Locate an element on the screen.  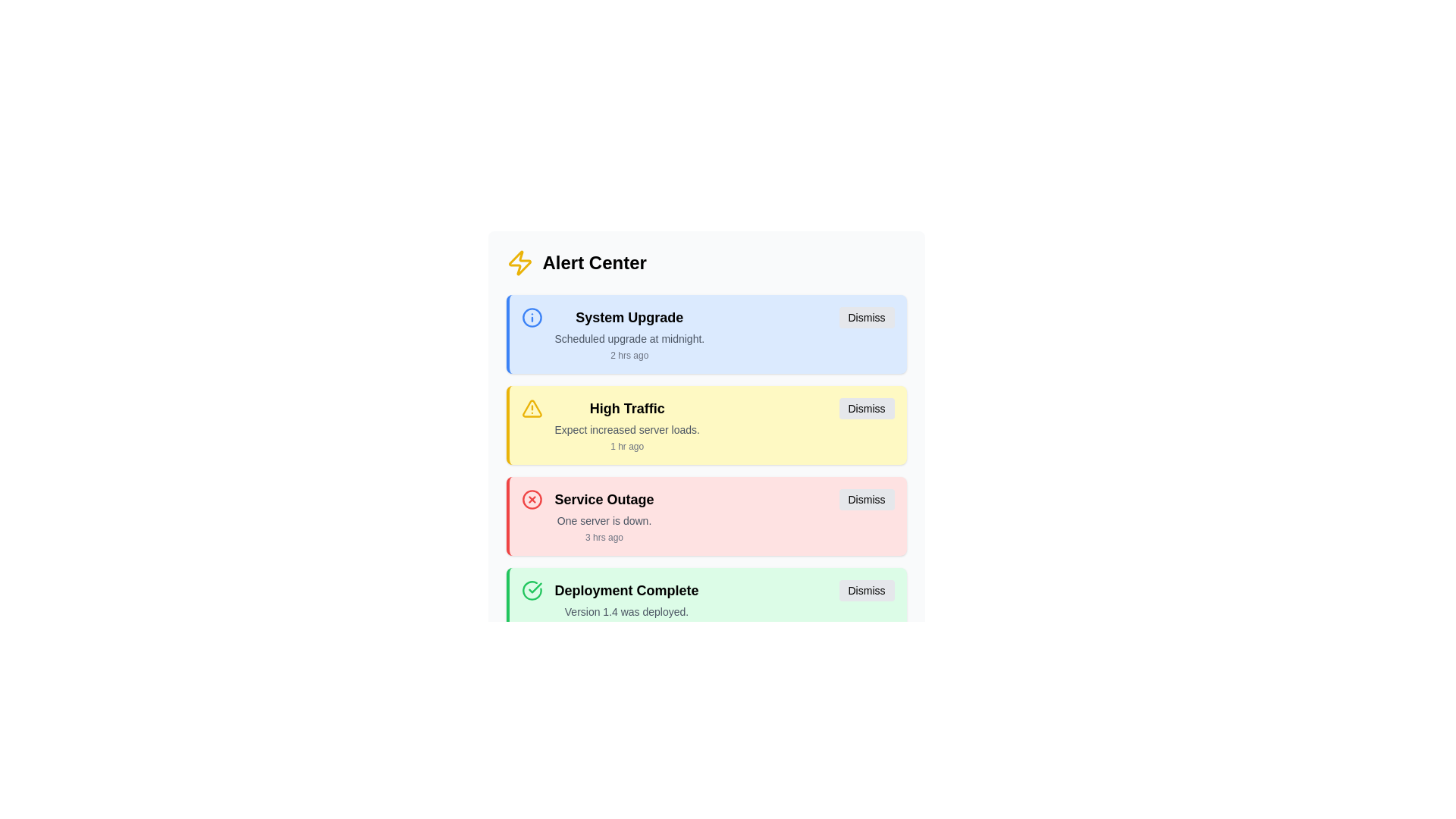
the yellow lightning bolt icon is located at coordinates (519, 262).